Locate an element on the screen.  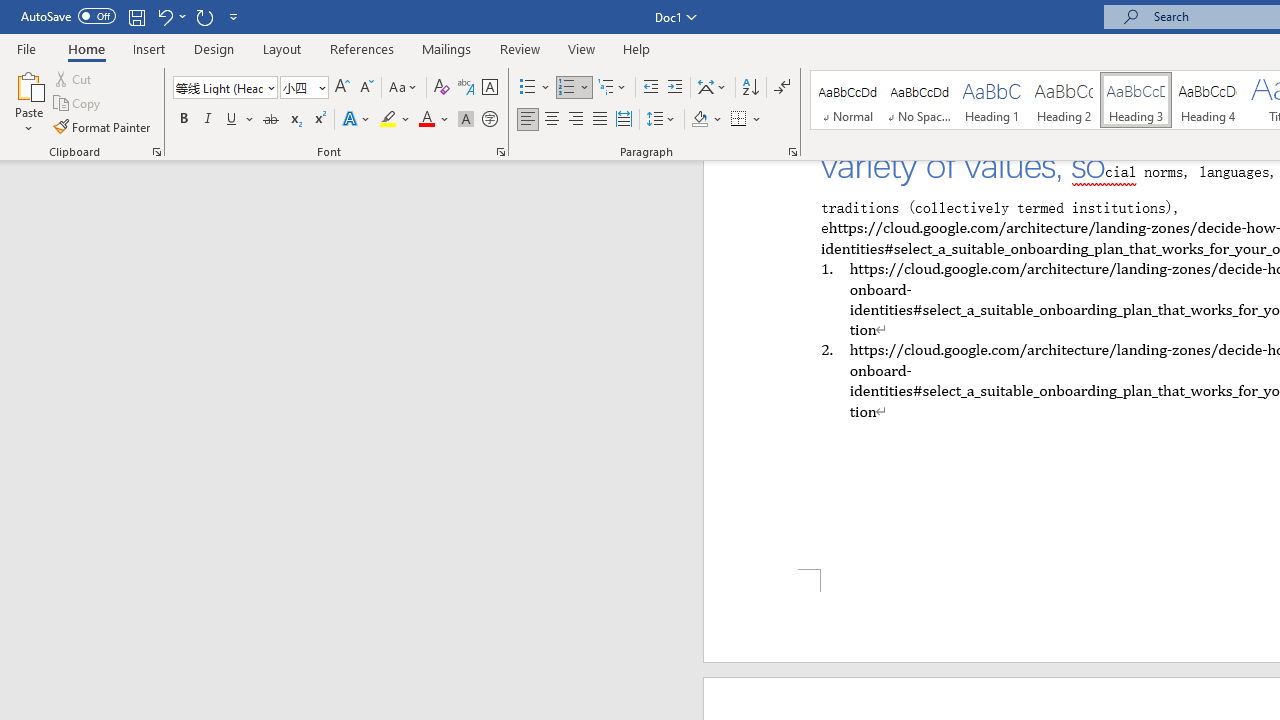
'Italic' is located at coordinates (208, 119).